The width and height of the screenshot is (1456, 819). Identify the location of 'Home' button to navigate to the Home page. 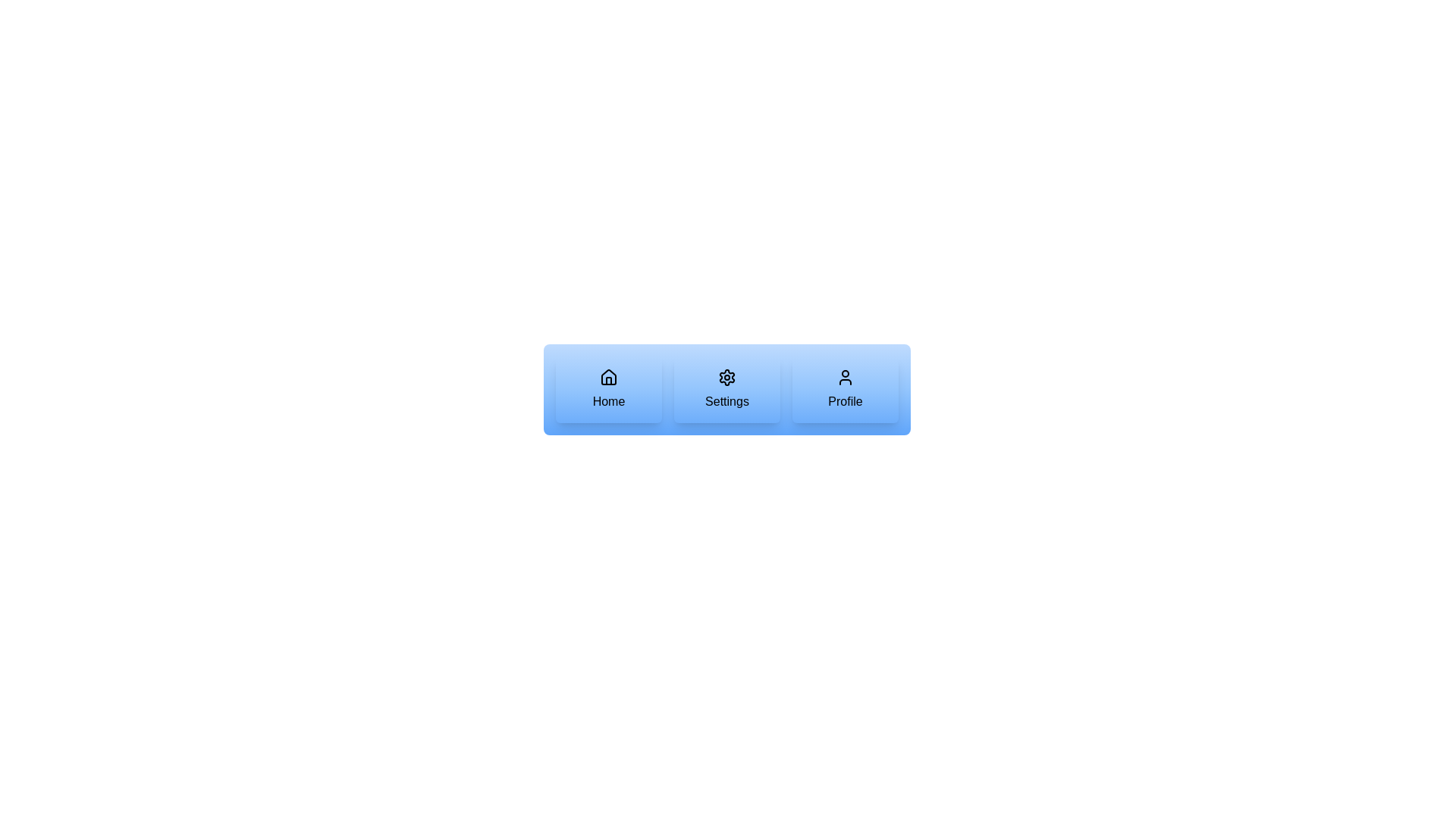
(608, 388).